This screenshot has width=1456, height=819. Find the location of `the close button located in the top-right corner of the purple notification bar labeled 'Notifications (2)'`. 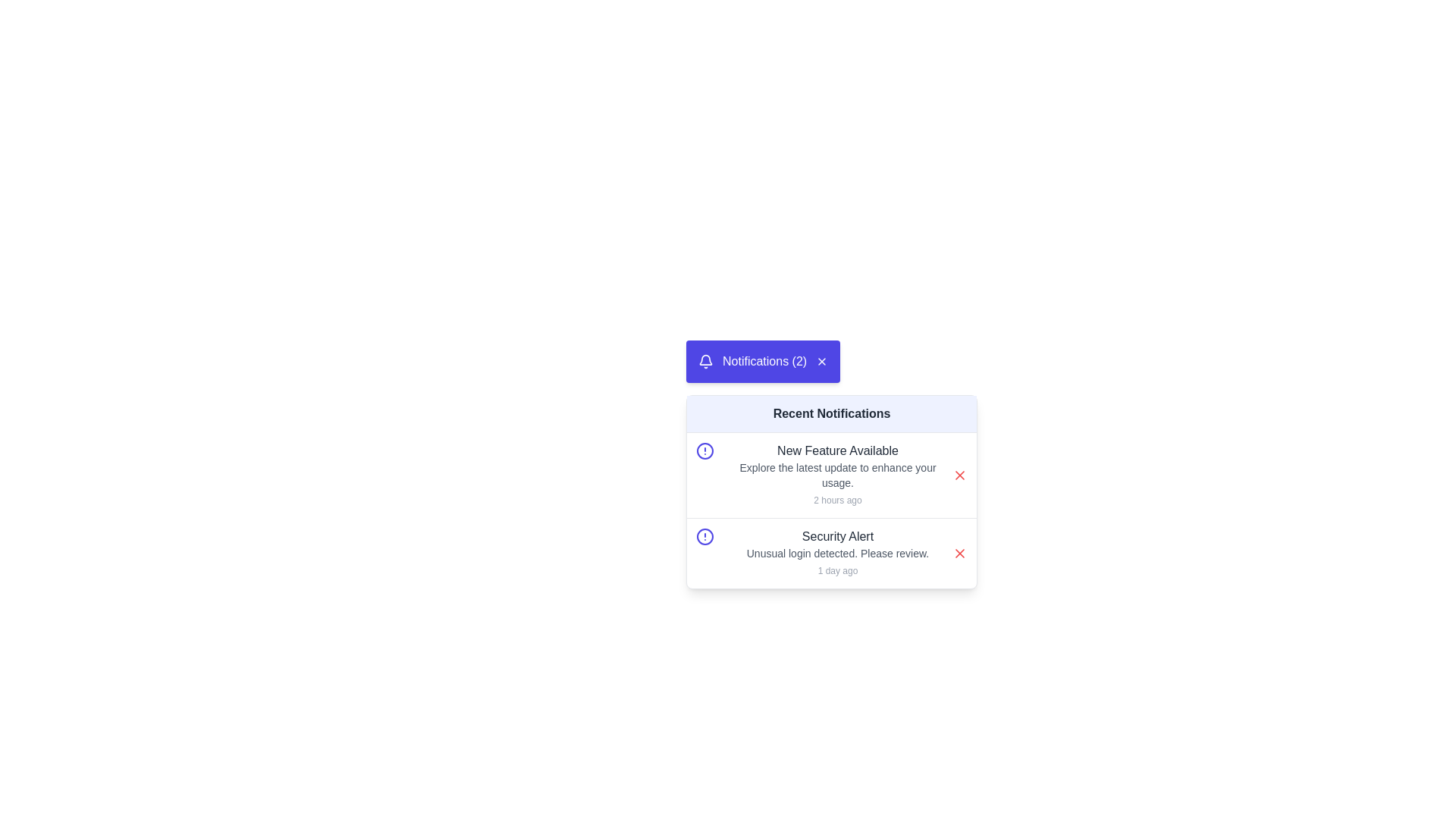

the close button located in the top-right corner of the purple notification bar labeled 'Notifications (2)' is located at coordinates (821, 362).